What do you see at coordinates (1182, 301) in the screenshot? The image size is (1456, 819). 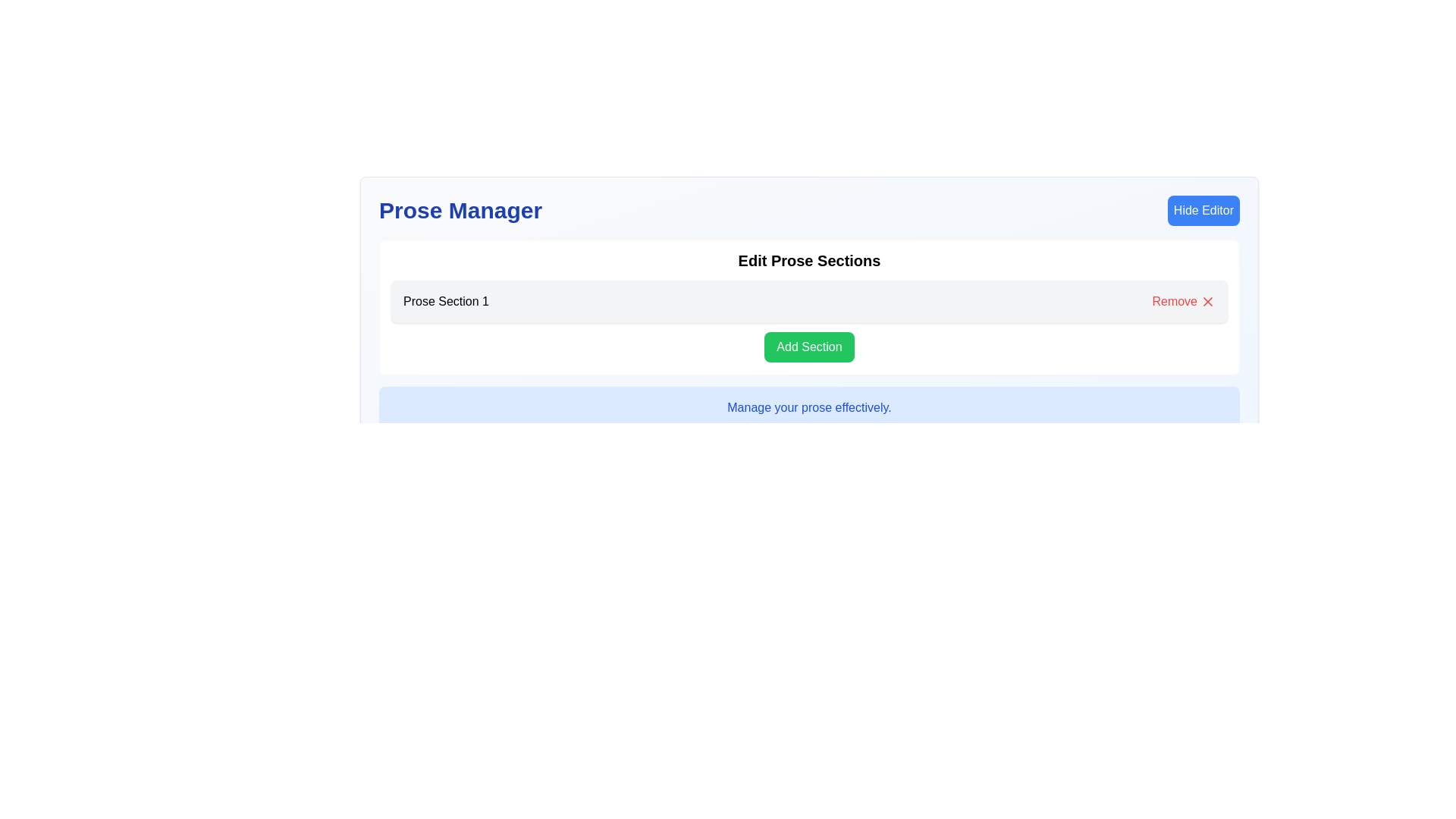 I see `the delete button positioned` at bounding box center [1182, 301].